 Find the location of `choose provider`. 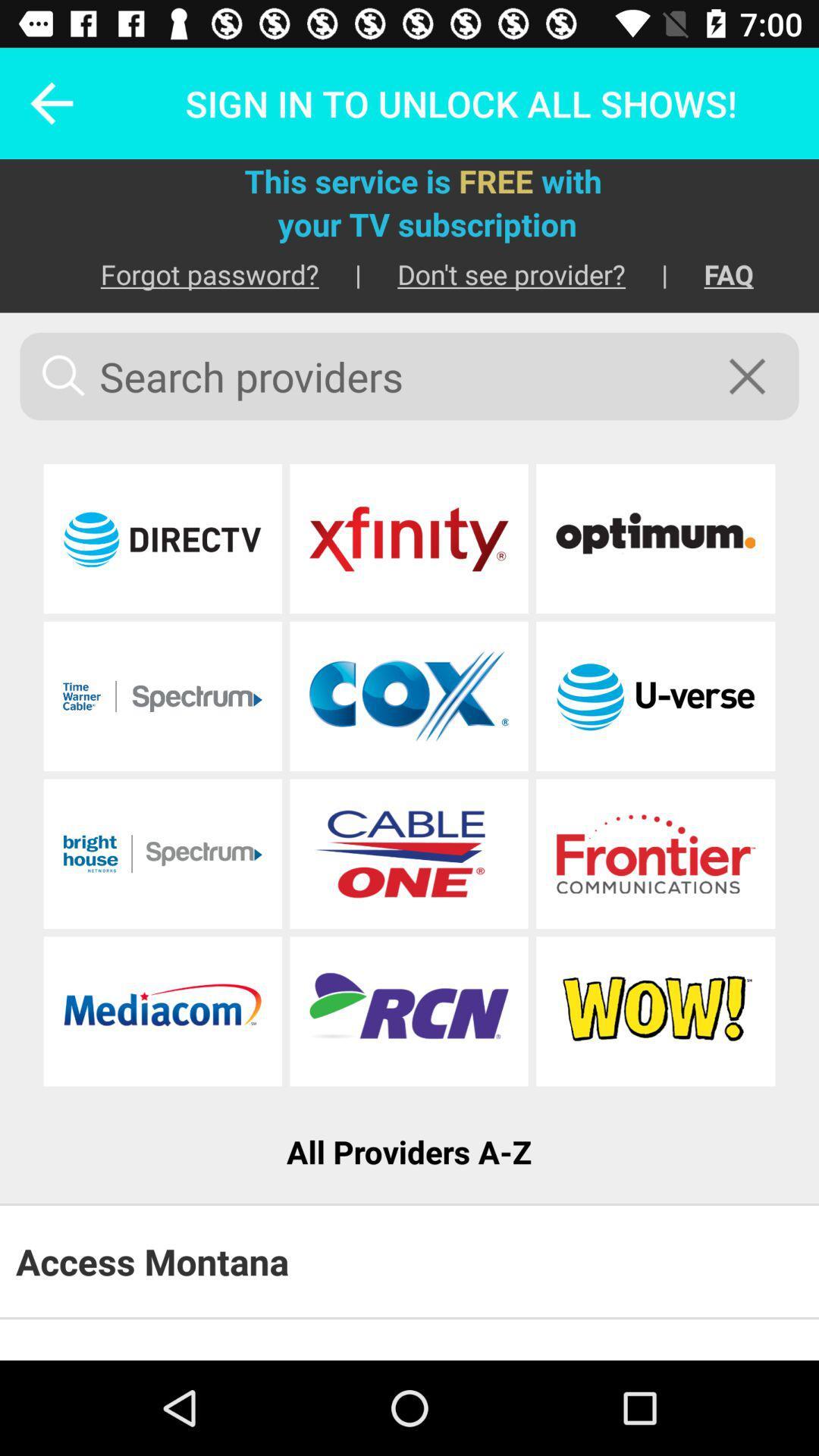

choose provider is located at coordinates (654, 538).